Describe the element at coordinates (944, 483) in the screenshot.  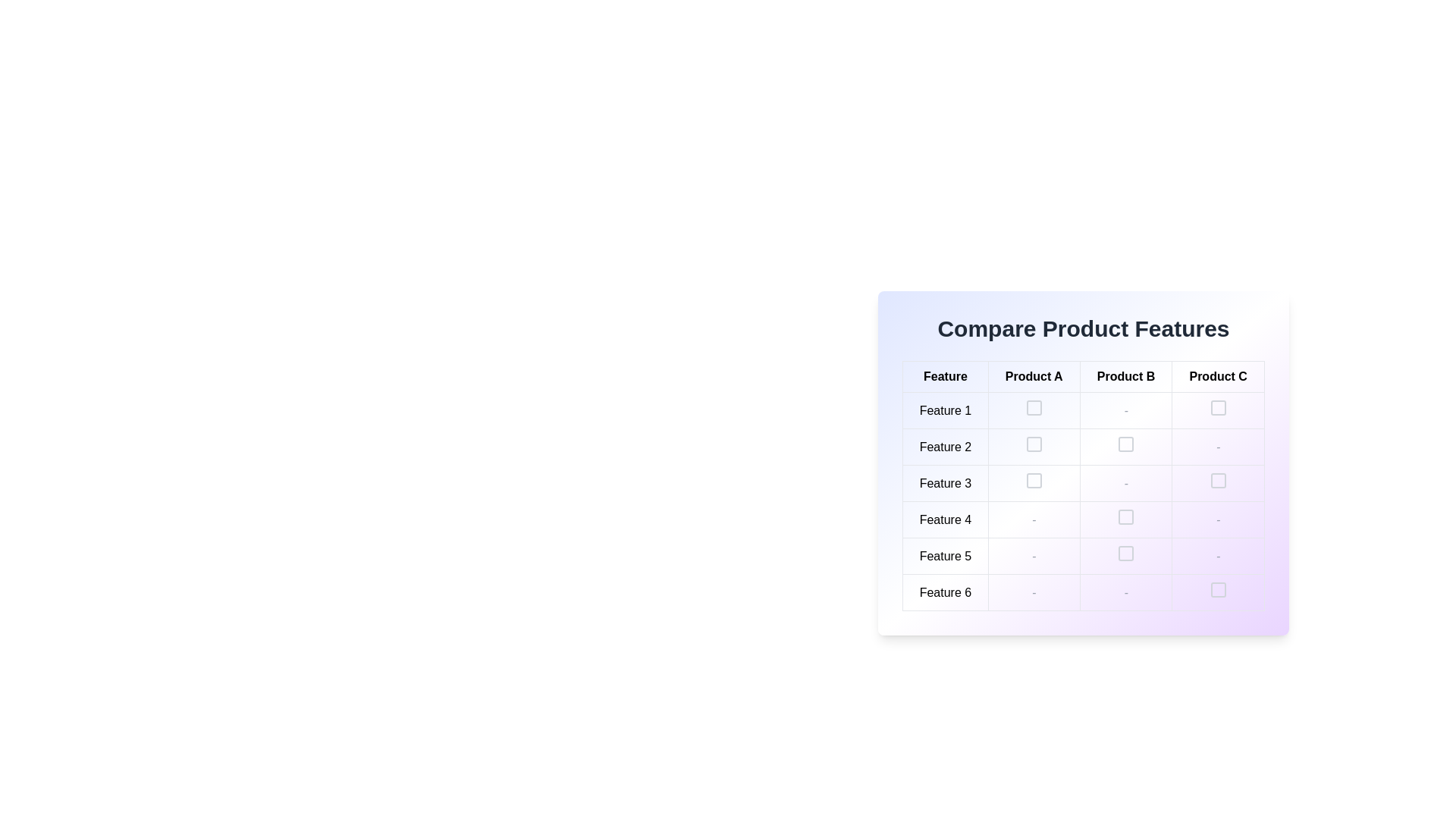
I see `text content of the Text Label located in the 'Feature' column, third row of the comparative product feature table` at that location.